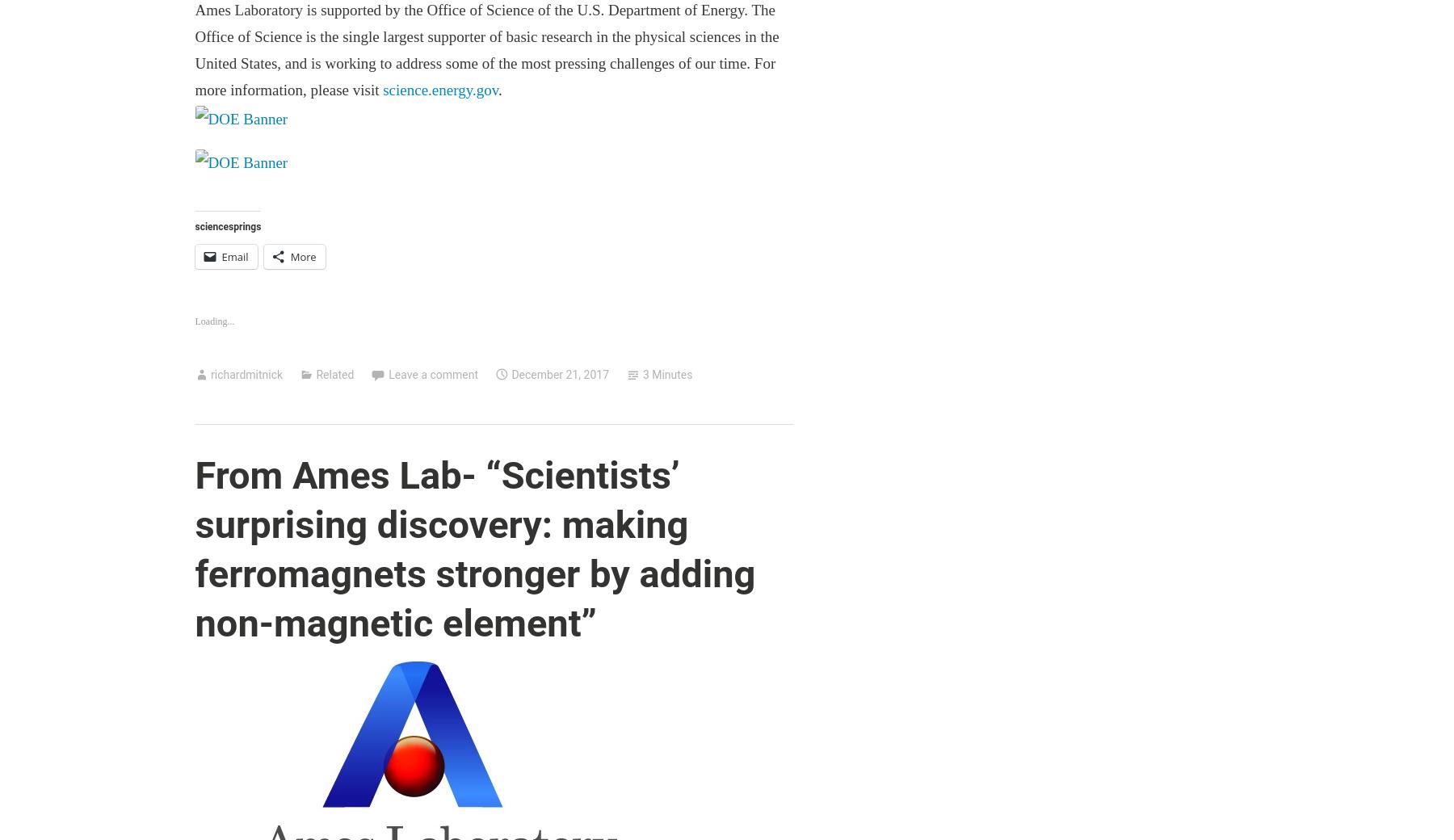 This screenshot has width=1454, height=840. I want to click on 'science.energy.gov', so click(439, 89).